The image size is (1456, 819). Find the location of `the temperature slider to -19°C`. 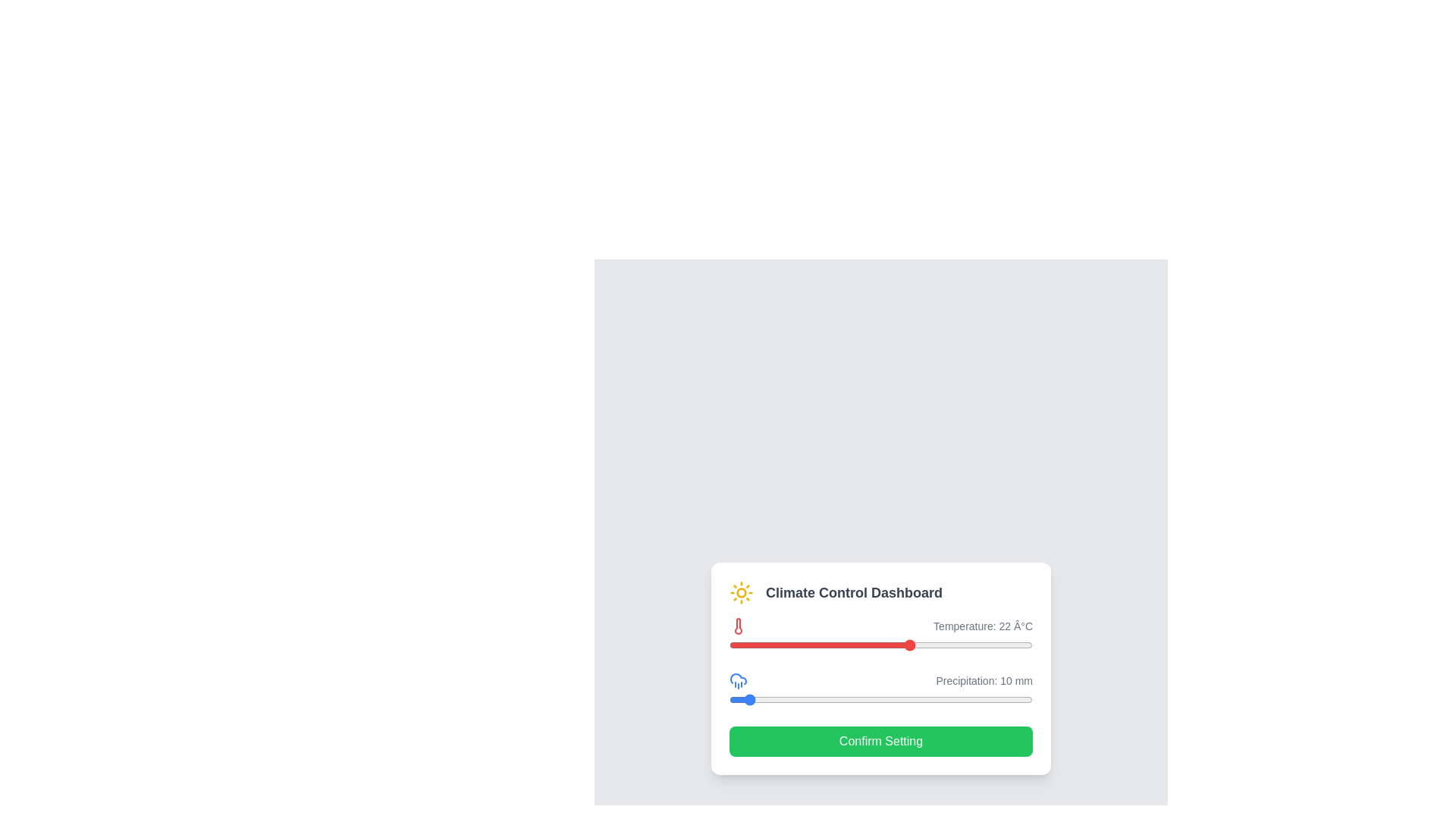

the temperature slider to -19°C is located at coordinates (733, 645).